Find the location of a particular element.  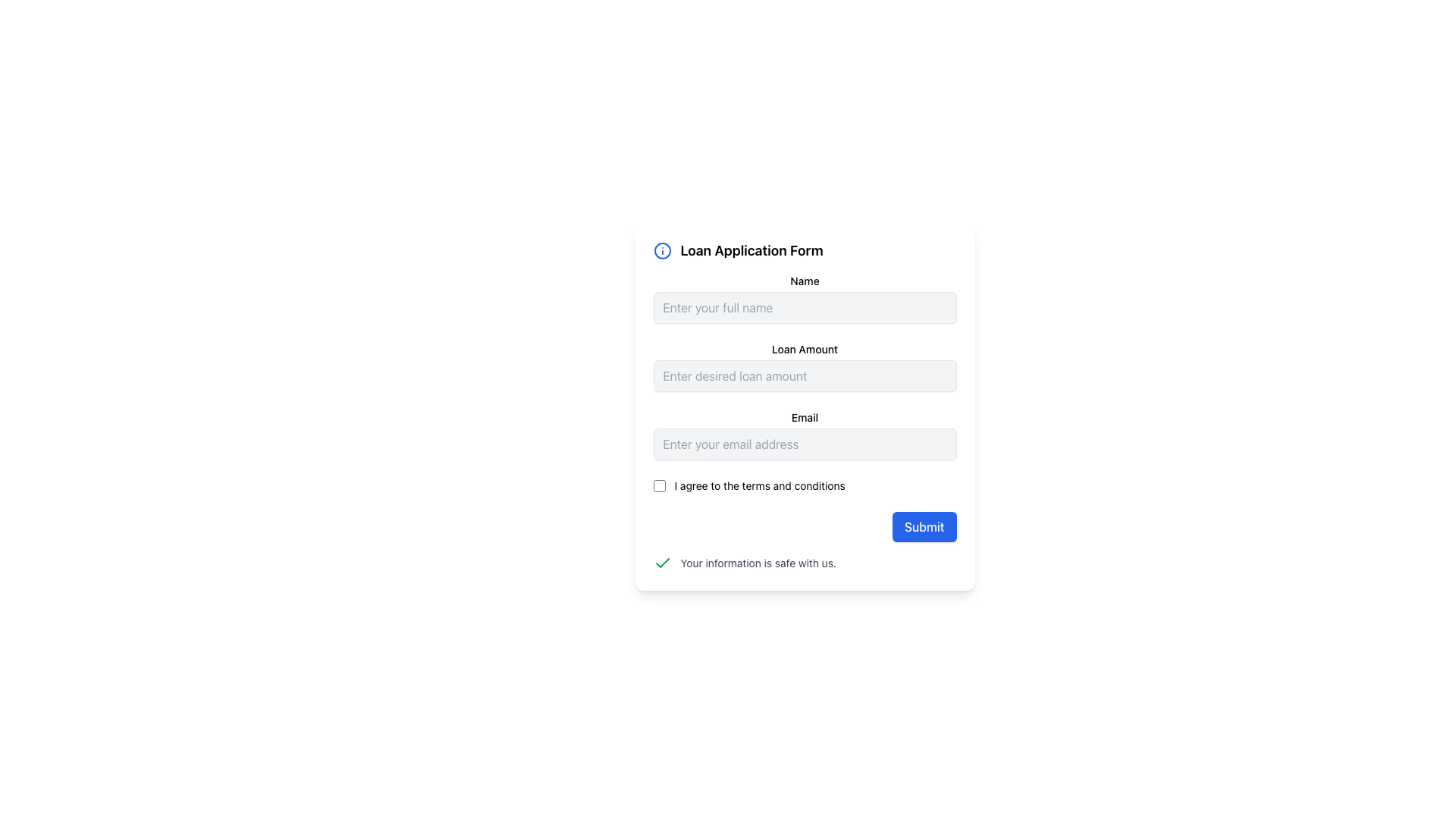

the email input field located below the 'Loan Amount' input and above the 'Terms and Conditions' checkbox is located at coordinates (804, 435).